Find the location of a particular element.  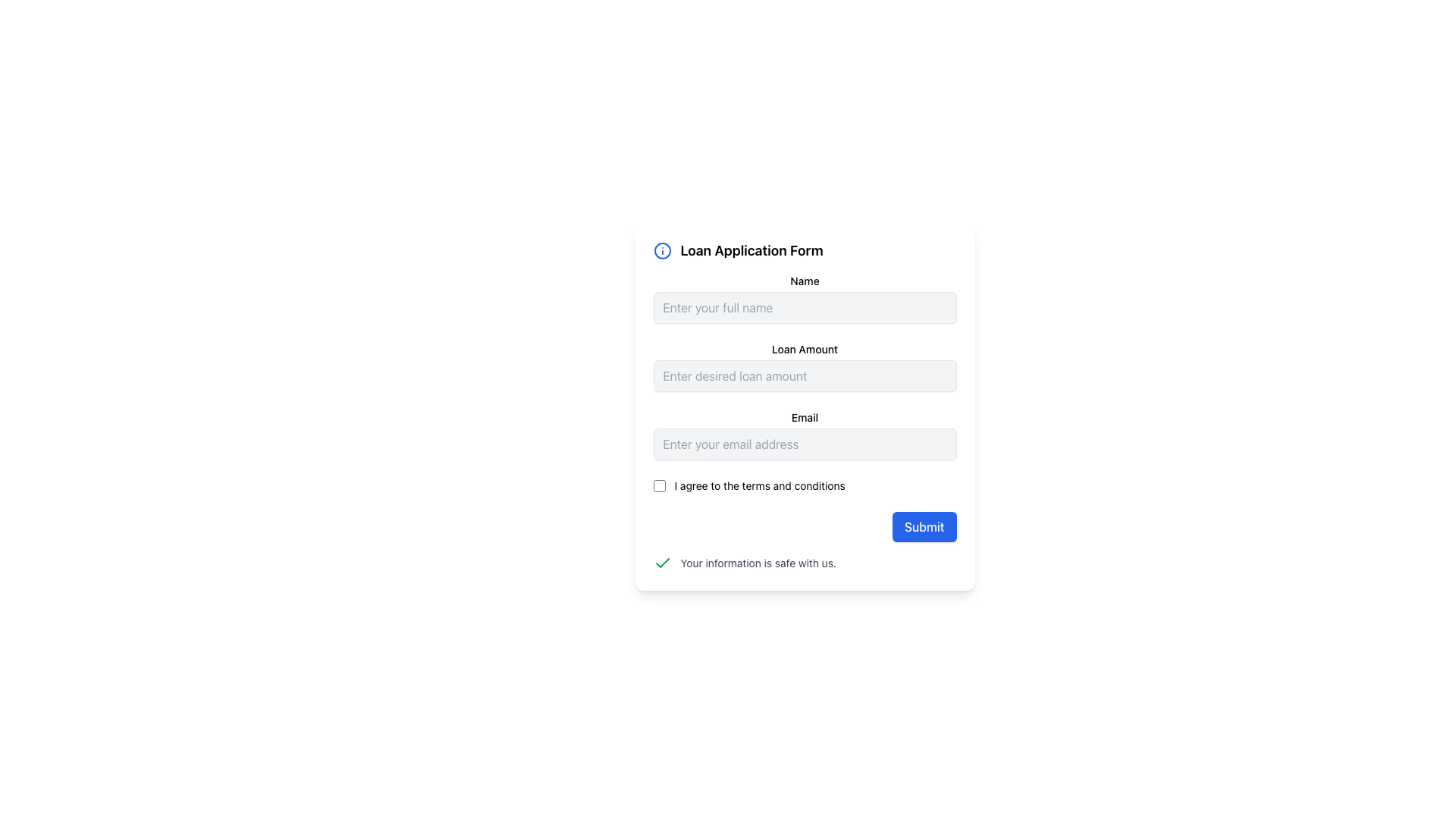

the email input field located below the 'Loan Amount' input and above the 'Terms and Conditions' checkbox is located at coordinates (804, 435).